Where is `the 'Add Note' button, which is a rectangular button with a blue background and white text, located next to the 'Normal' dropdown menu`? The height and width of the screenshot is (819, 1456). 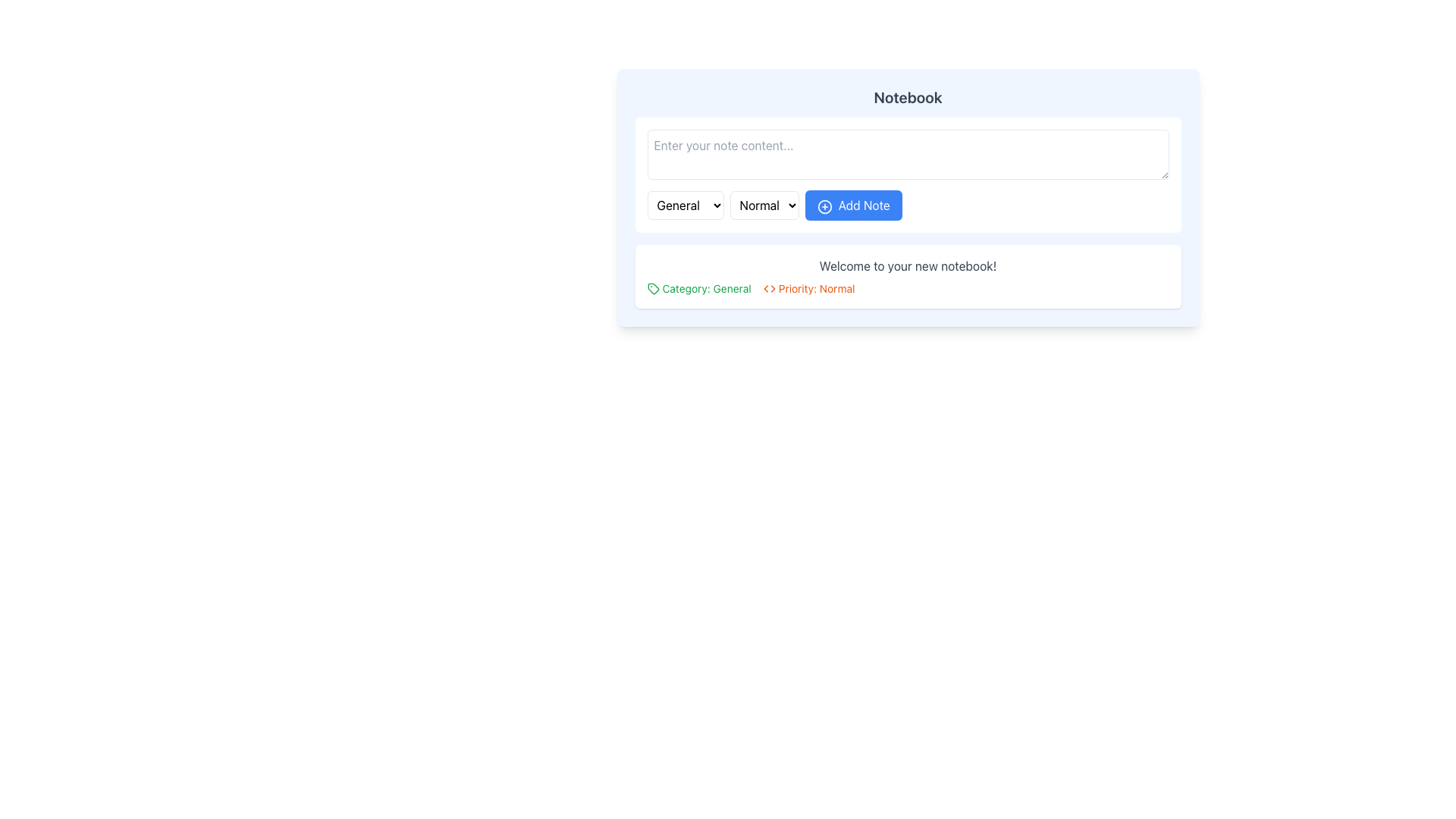
the 'Add Note' button, which is a rectangular button with a blue background and white text, located next to the 'Normal' dropdown menu is located at coordinates (853, 205).